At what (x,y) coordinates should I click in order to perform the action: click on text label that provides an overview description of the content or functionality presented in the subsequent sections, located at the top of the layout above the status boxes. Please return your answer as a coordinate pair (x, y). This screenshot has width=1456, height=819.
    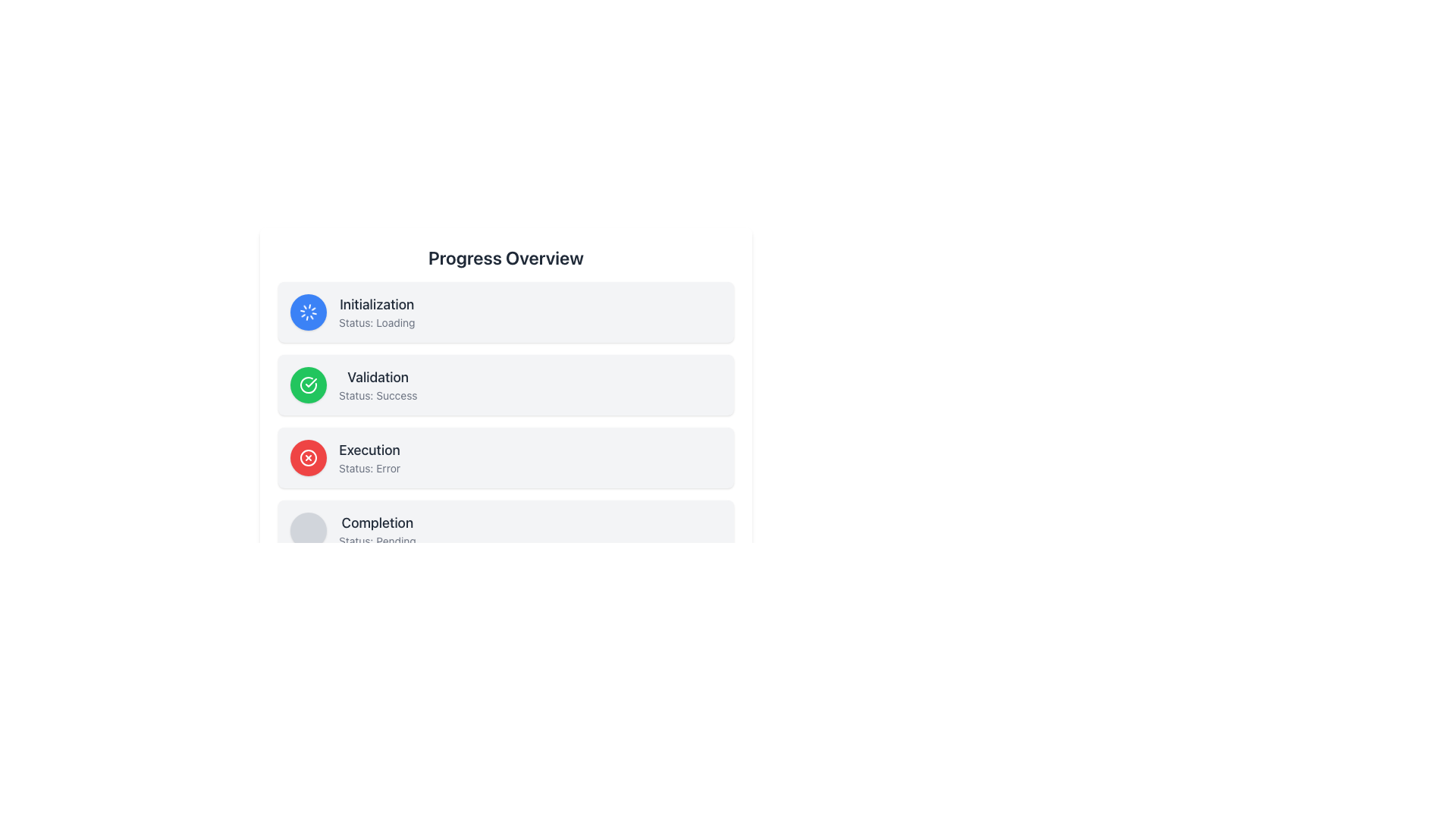
    Looking at the image, I should click on (506, 256).